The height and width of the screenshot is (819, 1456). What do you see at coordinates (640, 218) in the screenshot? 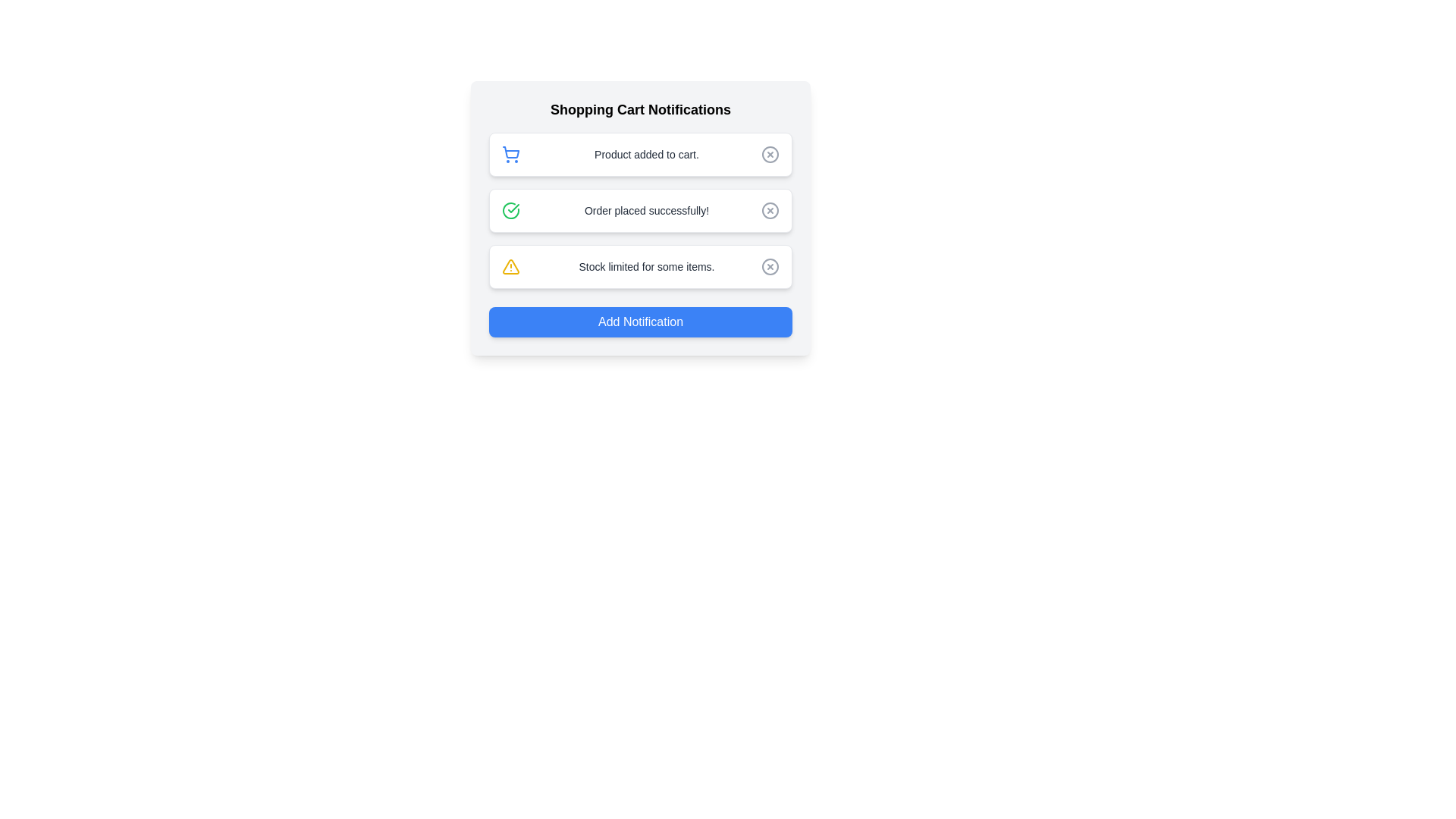
I see `the second notification card in the vertical list of Shopping Cart Notifications, which contains a green check mark icon and the message 'Order placed successfully!'` at bounding box center [640, 218].